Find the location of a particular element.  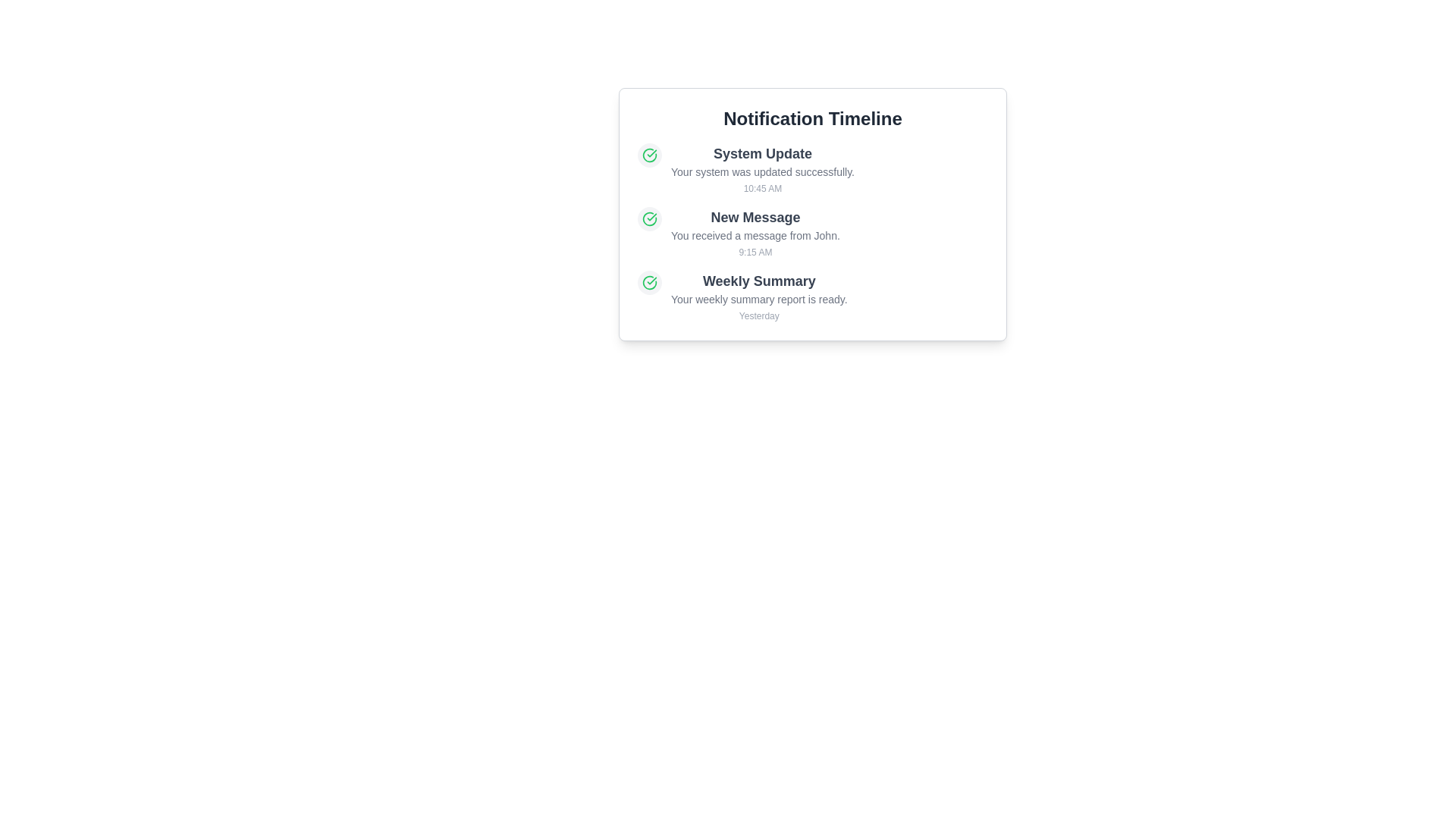

the title text label for the weekly summary notification, located in the third notification block from the top in the 'Notification Timeline' panel is located at coordinates (759, 281).